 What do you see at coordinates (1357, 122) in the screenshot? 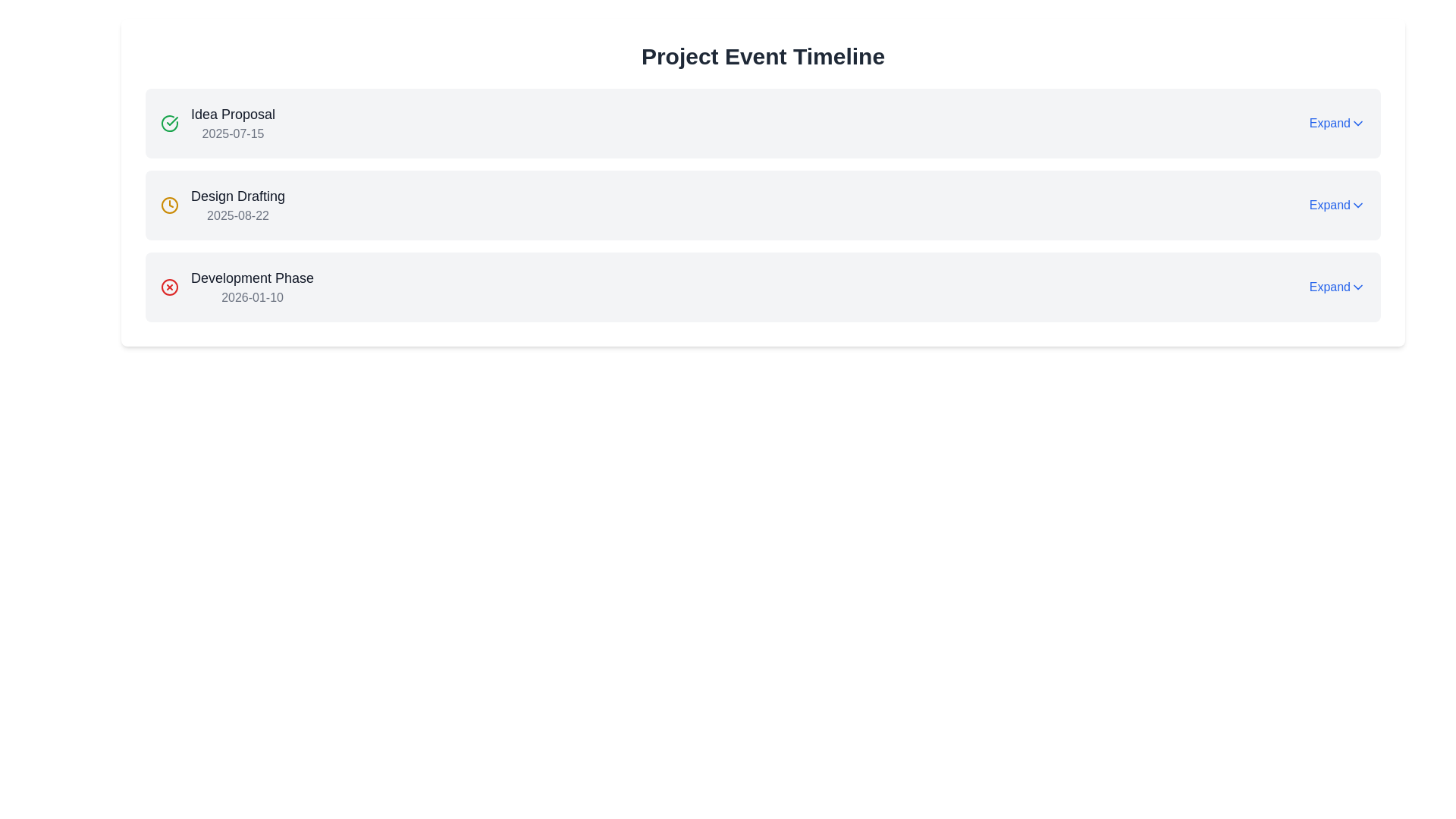
I see `the downward-pointing chevron icon located to the right of the 'Expand' label` at bounding box center [1357, 122].